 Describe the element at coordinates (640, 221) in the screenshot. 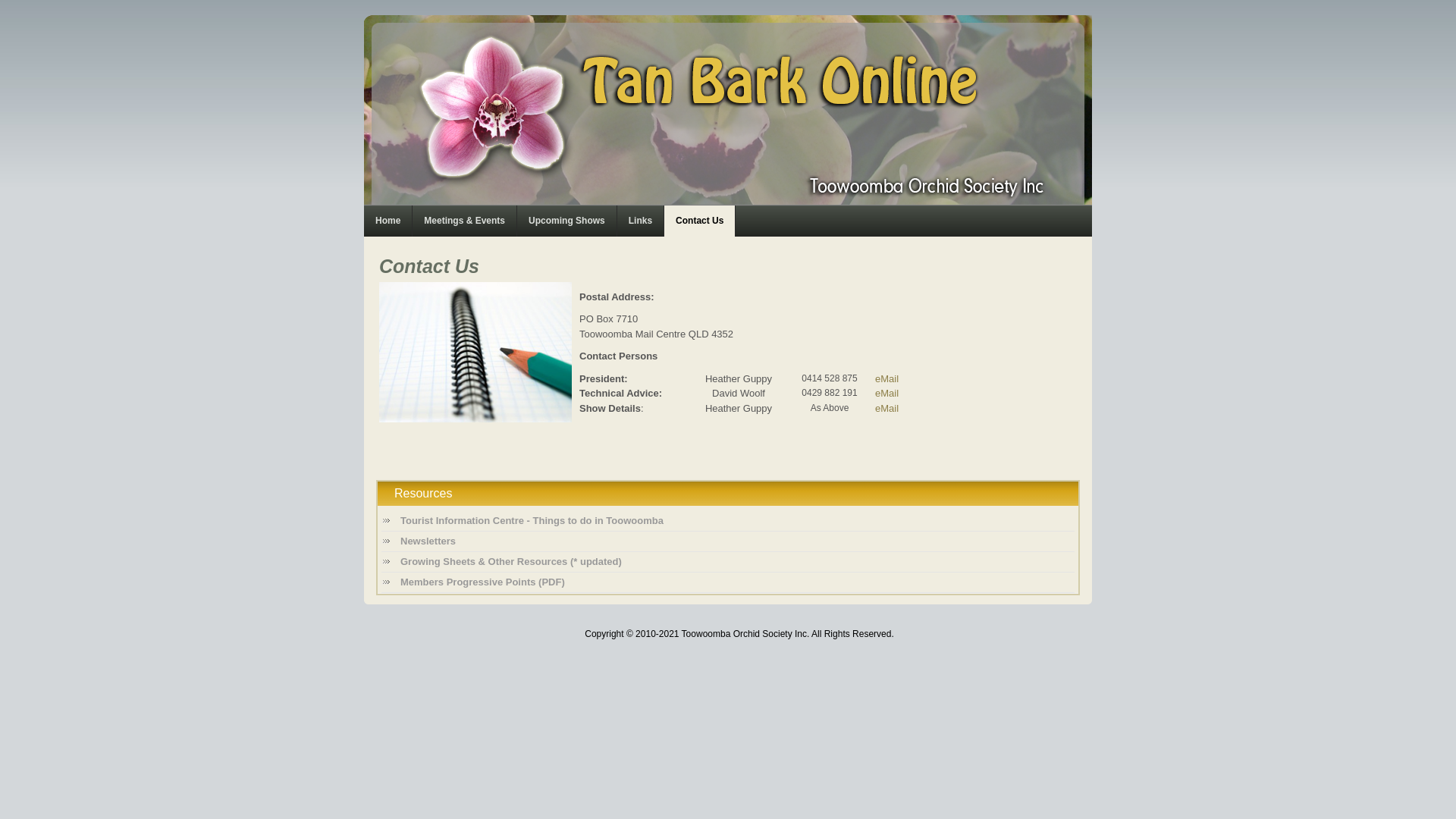

I see `'Links'` at that location.